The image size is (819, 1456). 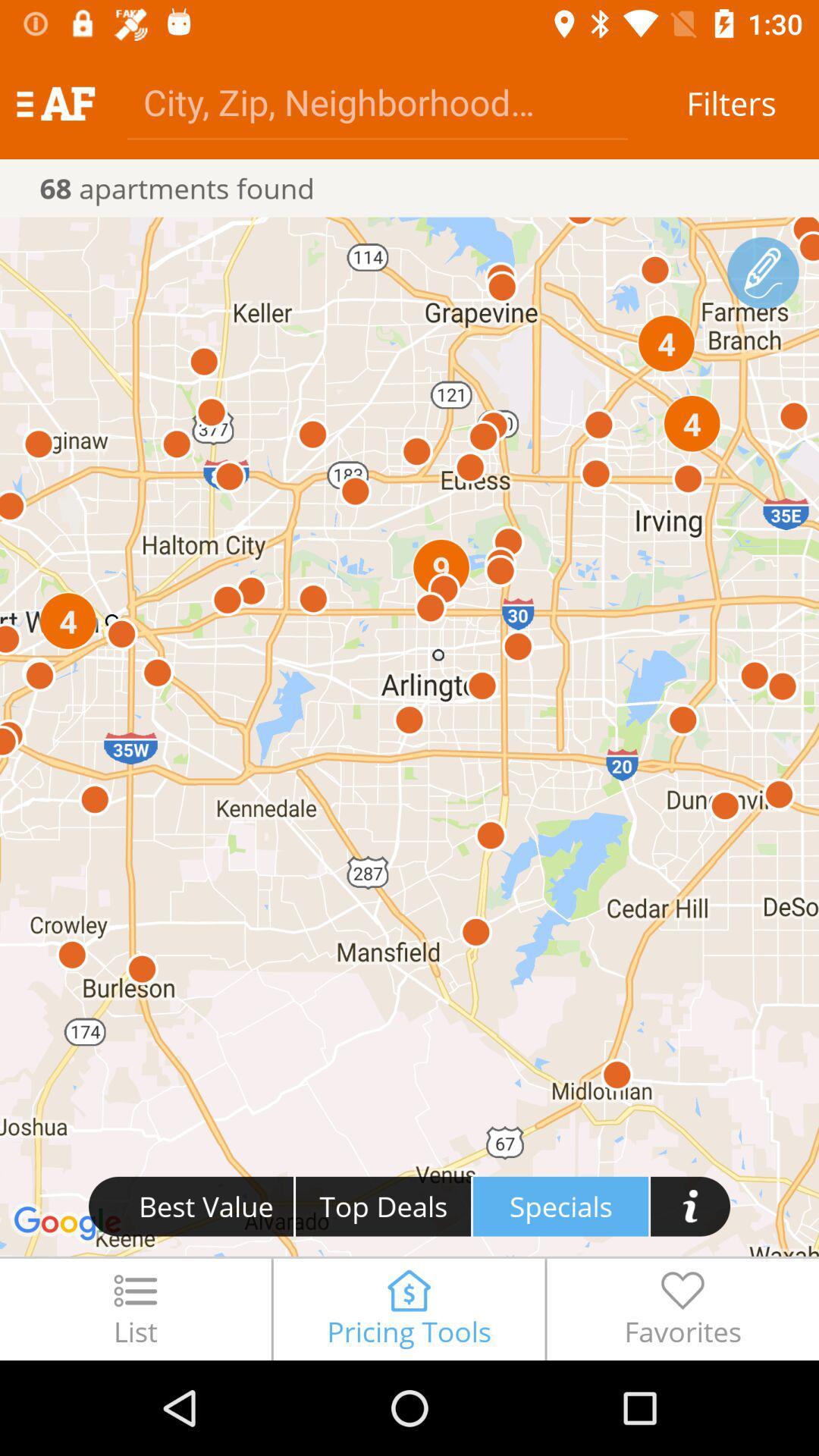 I want to click on search the new deals, so click(x=690, y=1205).